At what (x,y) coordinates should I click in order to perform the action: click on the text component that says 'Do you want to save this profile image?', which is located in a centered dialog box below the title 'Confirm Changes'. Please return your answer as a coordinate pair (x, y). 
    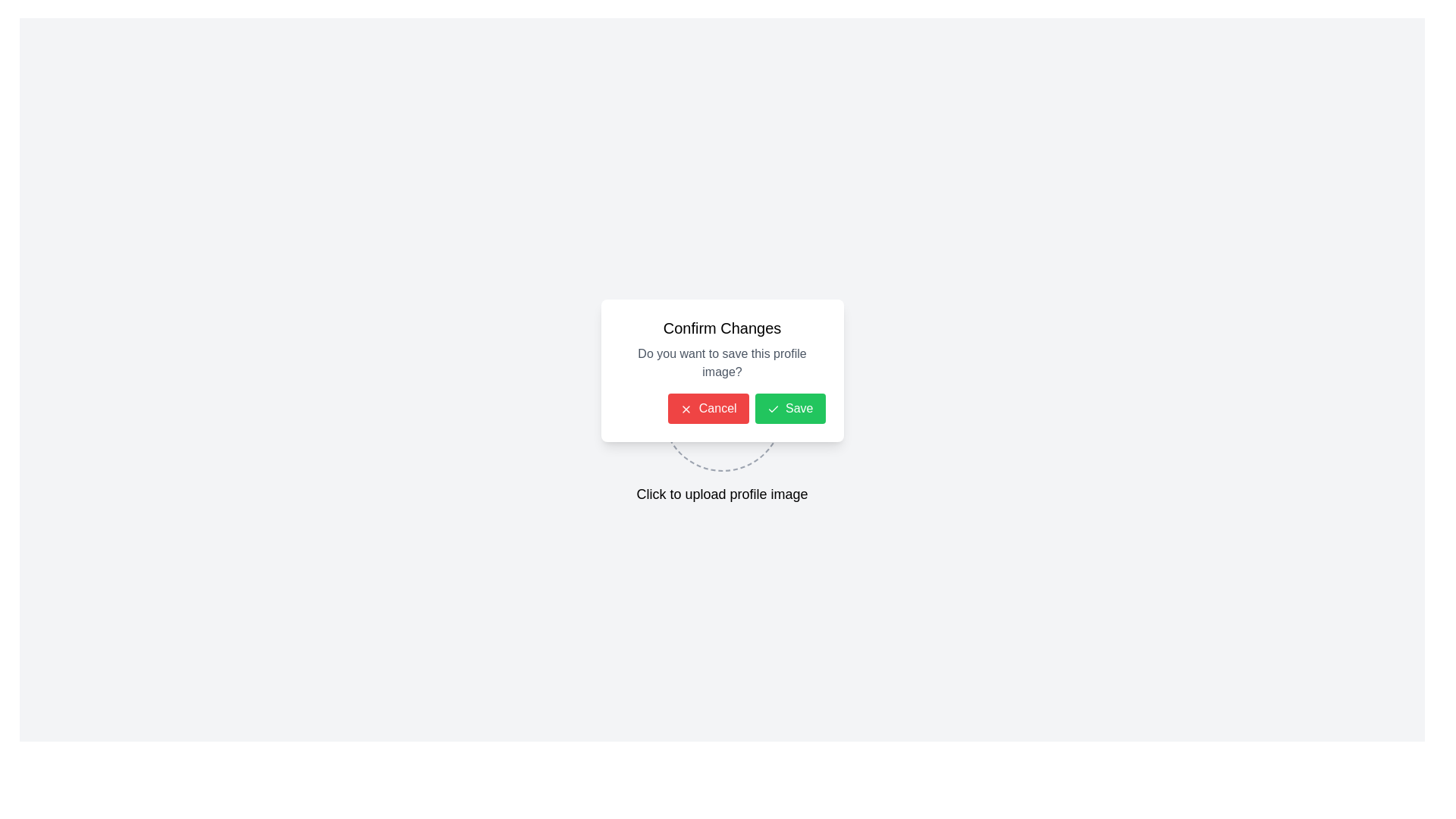
    Looking at the image, I should click on (721, 362).